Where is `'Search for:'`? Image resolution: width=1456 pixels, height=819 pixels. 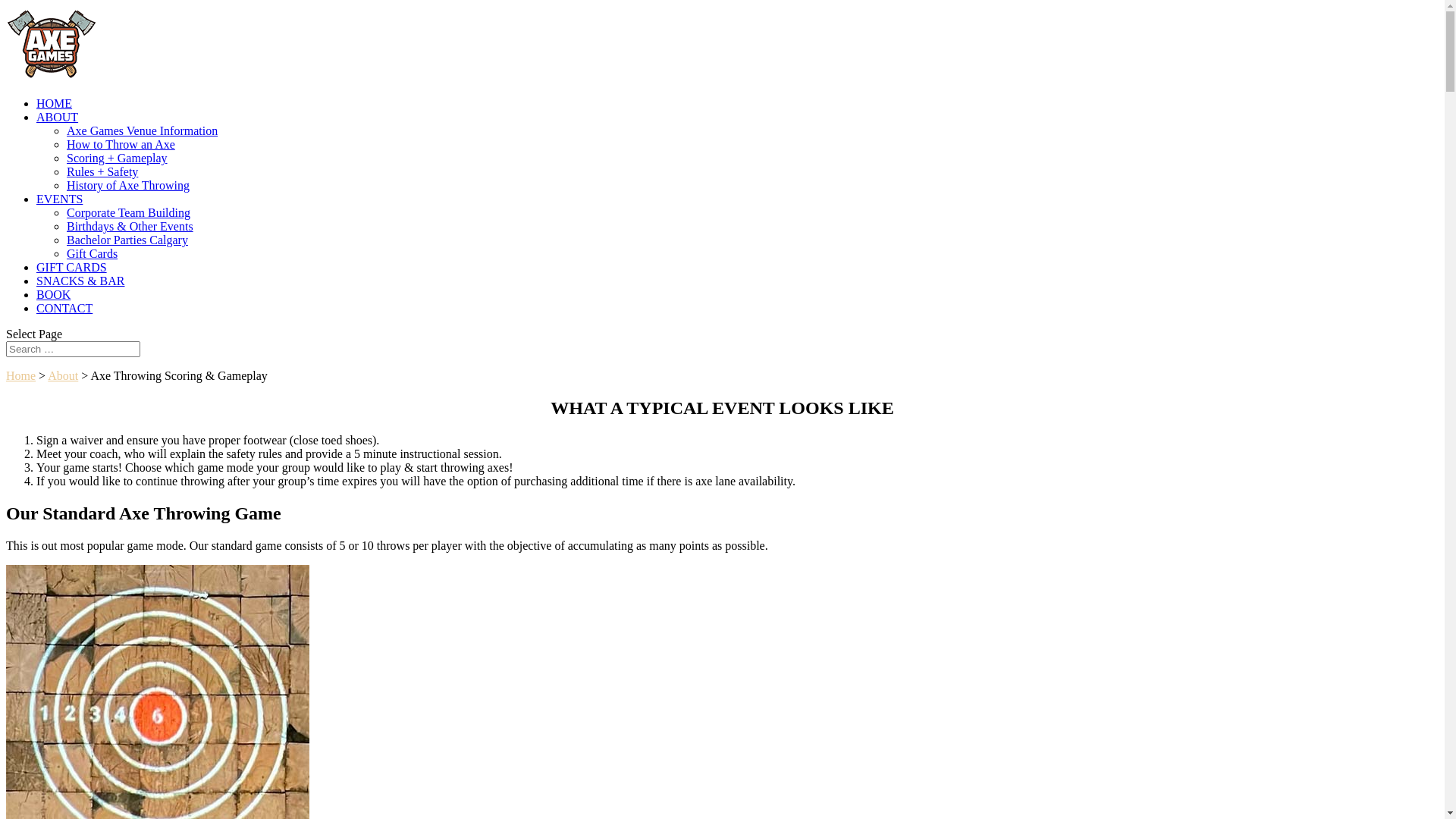 'Search for:' is located at coordinates (72, 349).